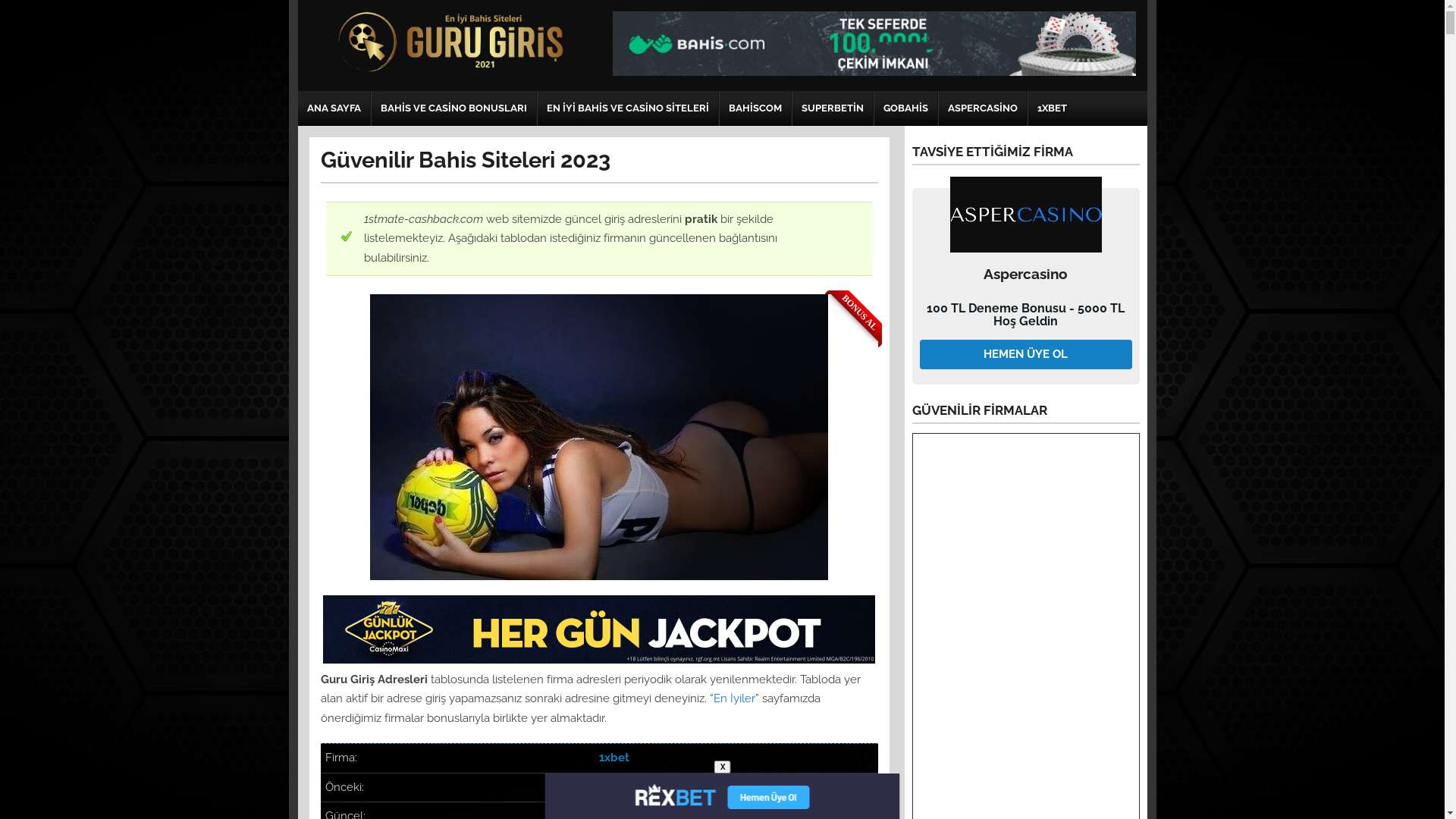  I want to click on 'ASPERCASINO', so click(983, 107).